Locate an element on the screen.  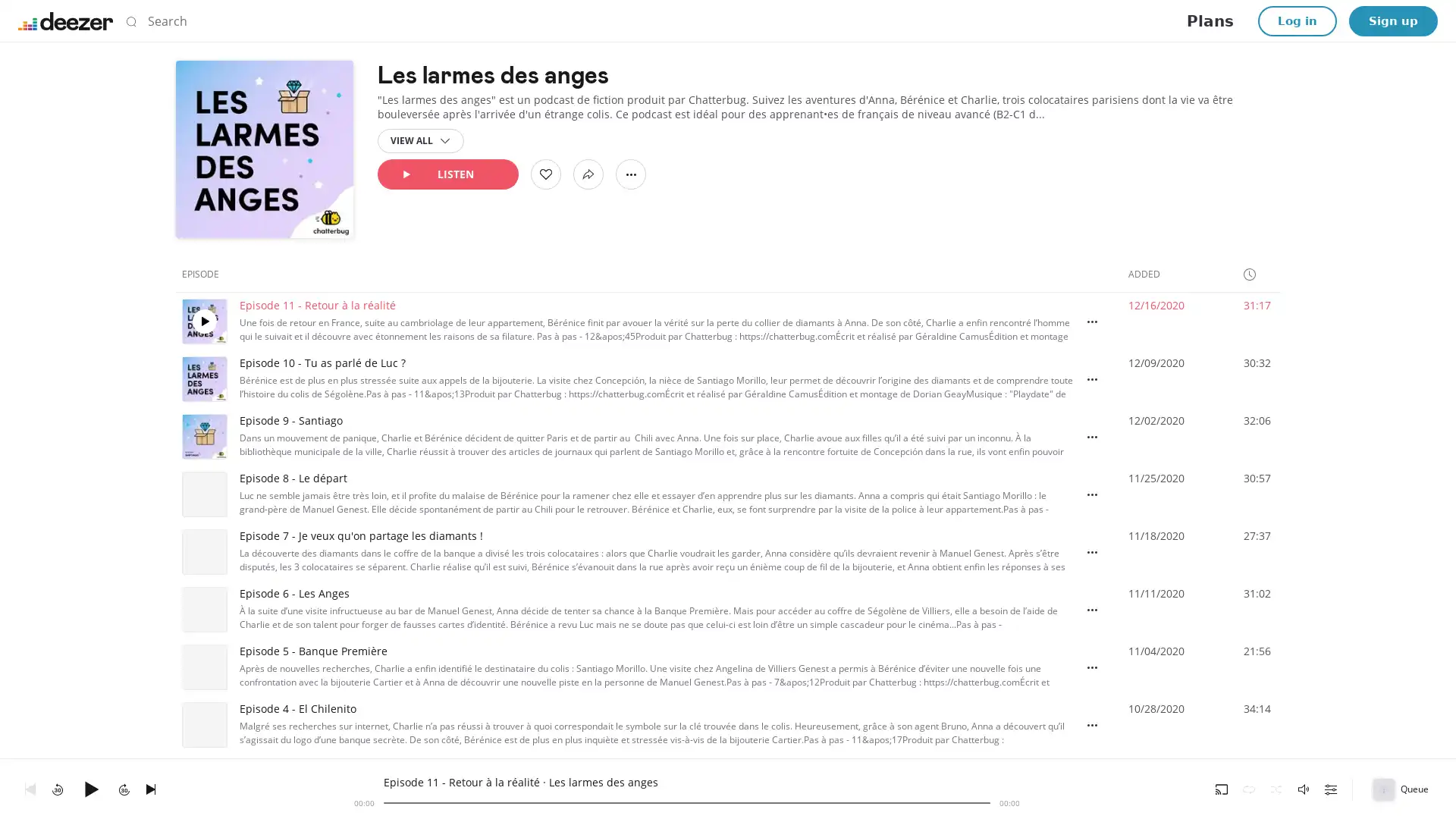
Play Episode 11 - Retour a la realite by Les larmes des anges is located at coordinates (203, 321).